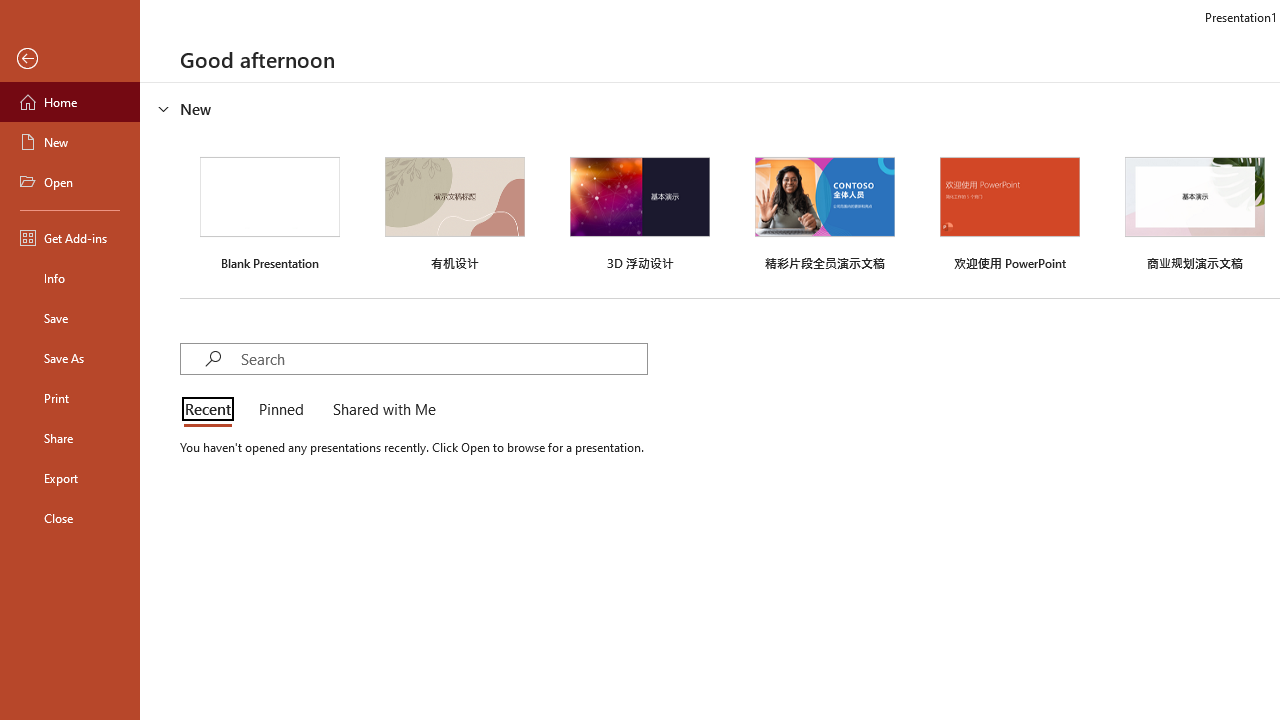 This screenshot has height=720, width=1280. Describe the element at coordinates (69, 58) in the screenshot. I see `'Back'` at that location.